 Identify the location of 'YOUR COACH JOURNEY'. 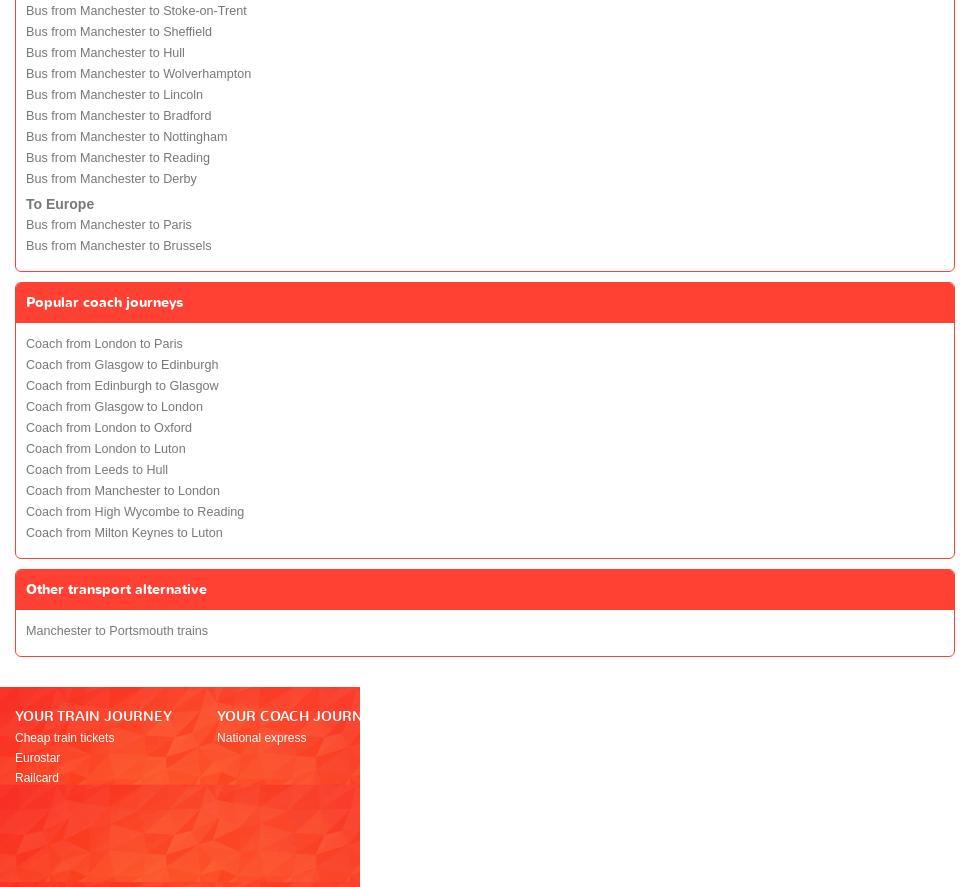
(298, 715).